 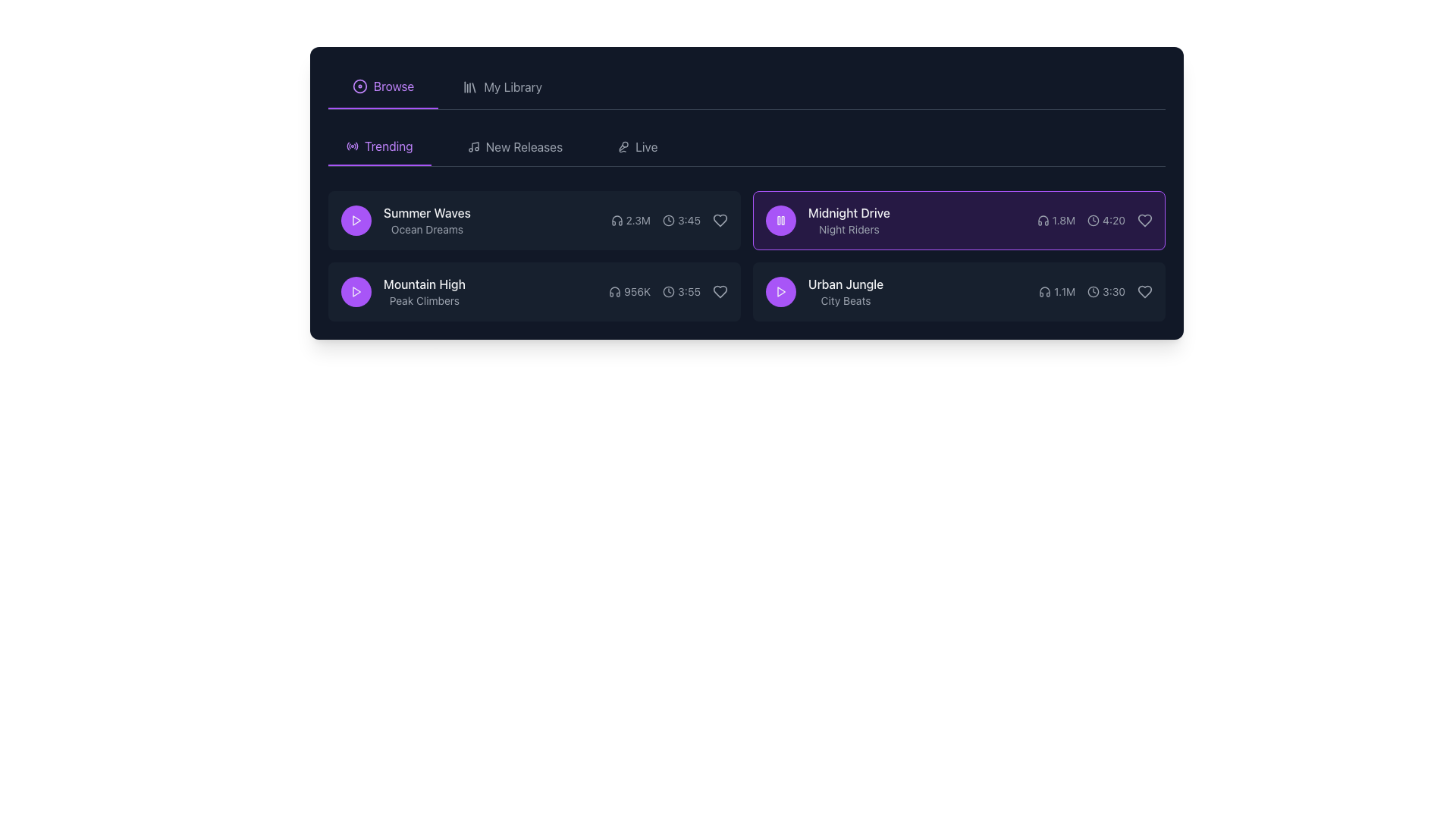 I want to click on the play button for the song 'Summer Waves' to observe hover effects, so click(x=356, y=220).